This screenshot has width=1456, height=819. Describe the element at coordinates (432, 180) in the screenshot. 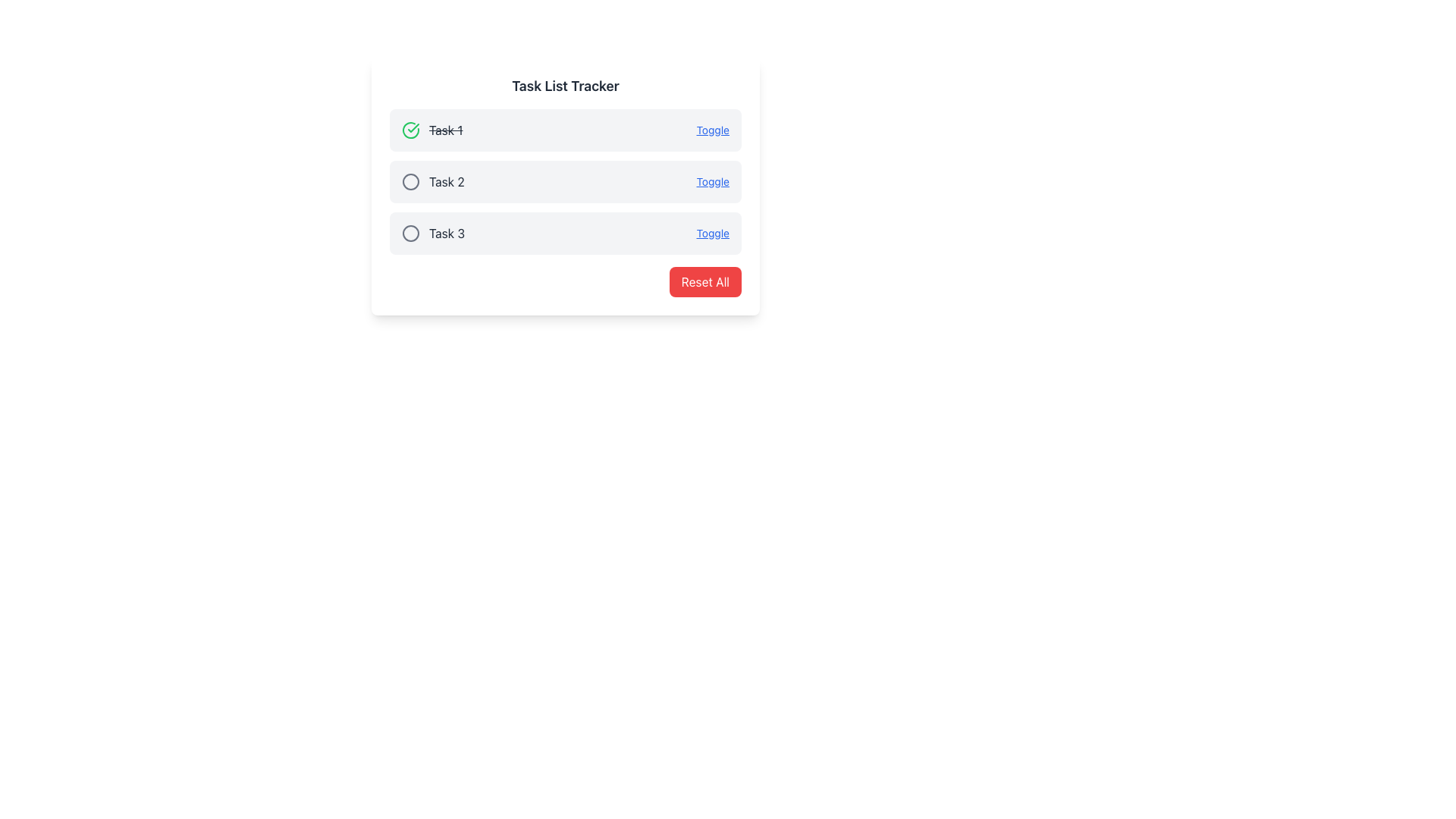

I see `the second task item` at that location.